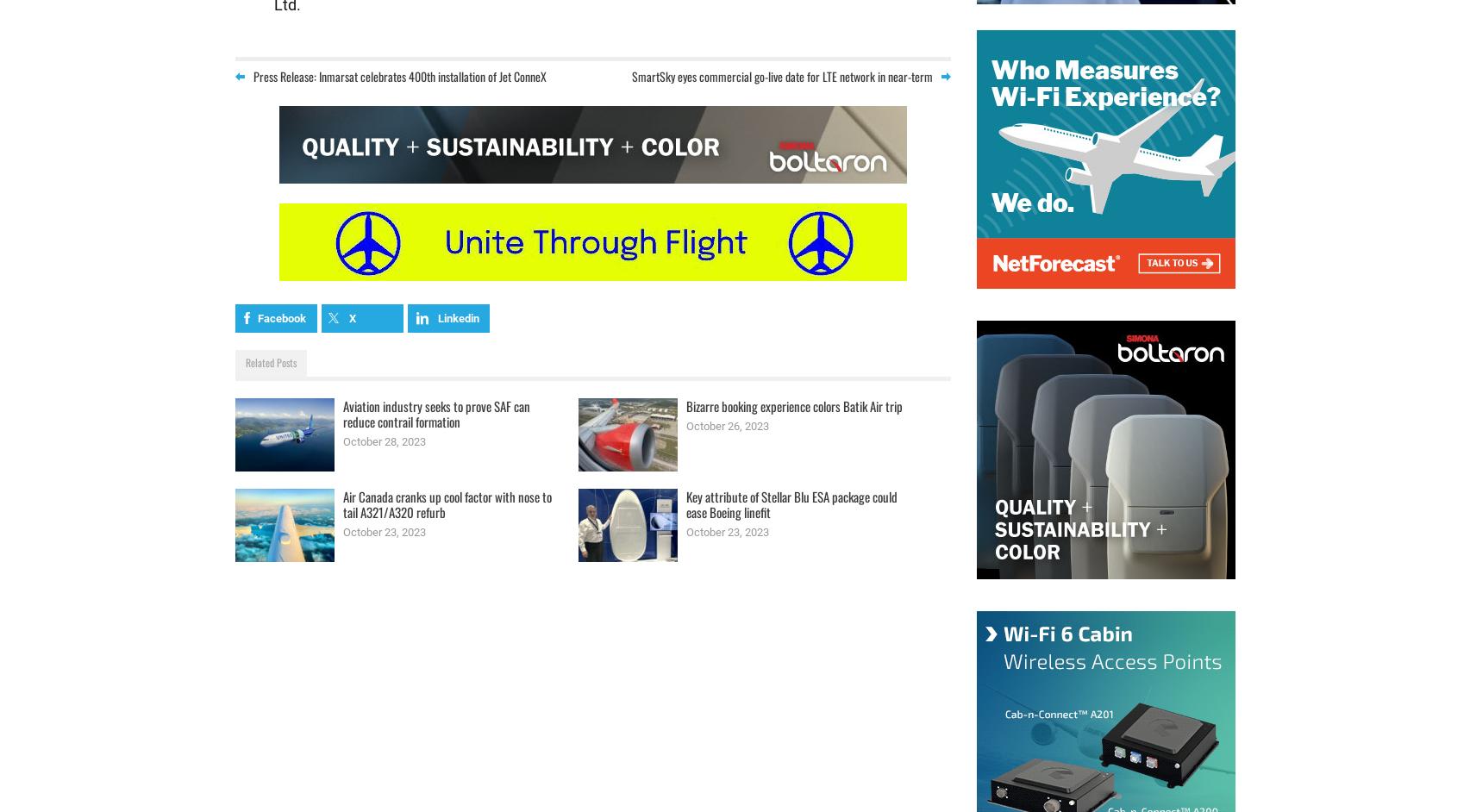 This screenshot has height=812, width=1470. I want to click on 'Linkedin', so click(456, 316).